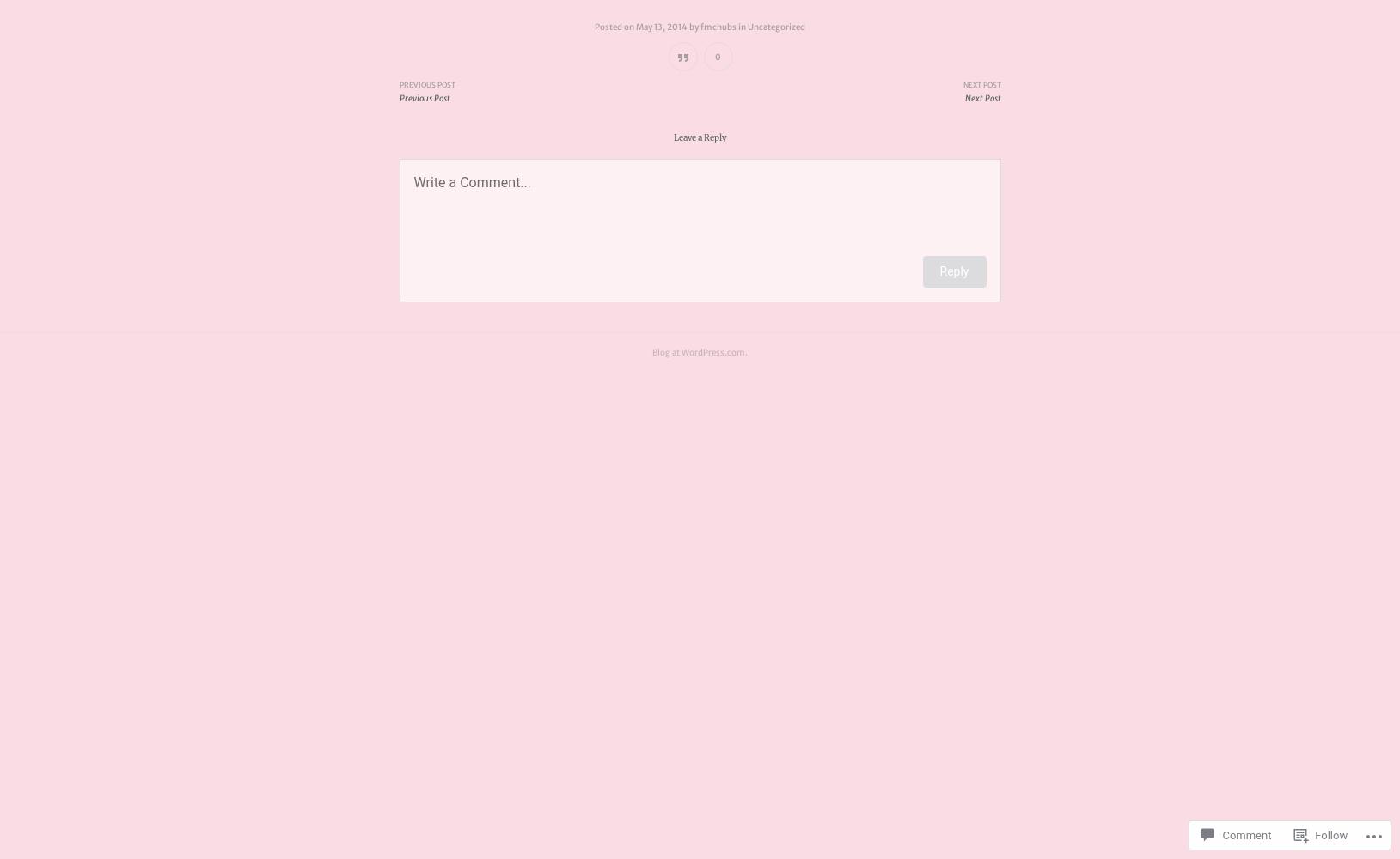  Describe the element at coordinates (661, 27) in the screenshot. I see `'May 13, 2014'` at that location.